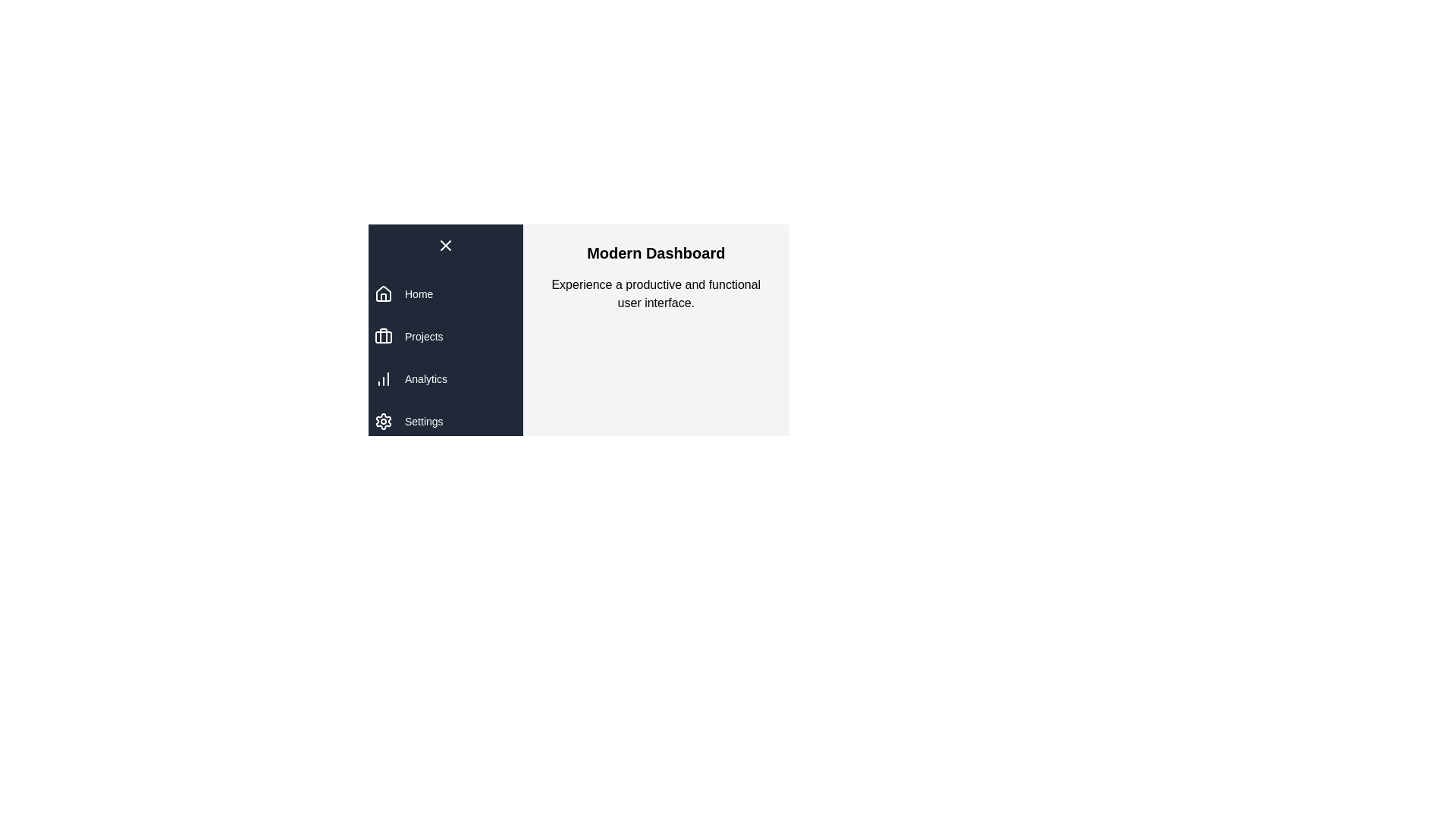  Describe the element at coordinates (444, 335) in the screenshot. I see `the navigation item Projects to observe its hover effect` at that location.